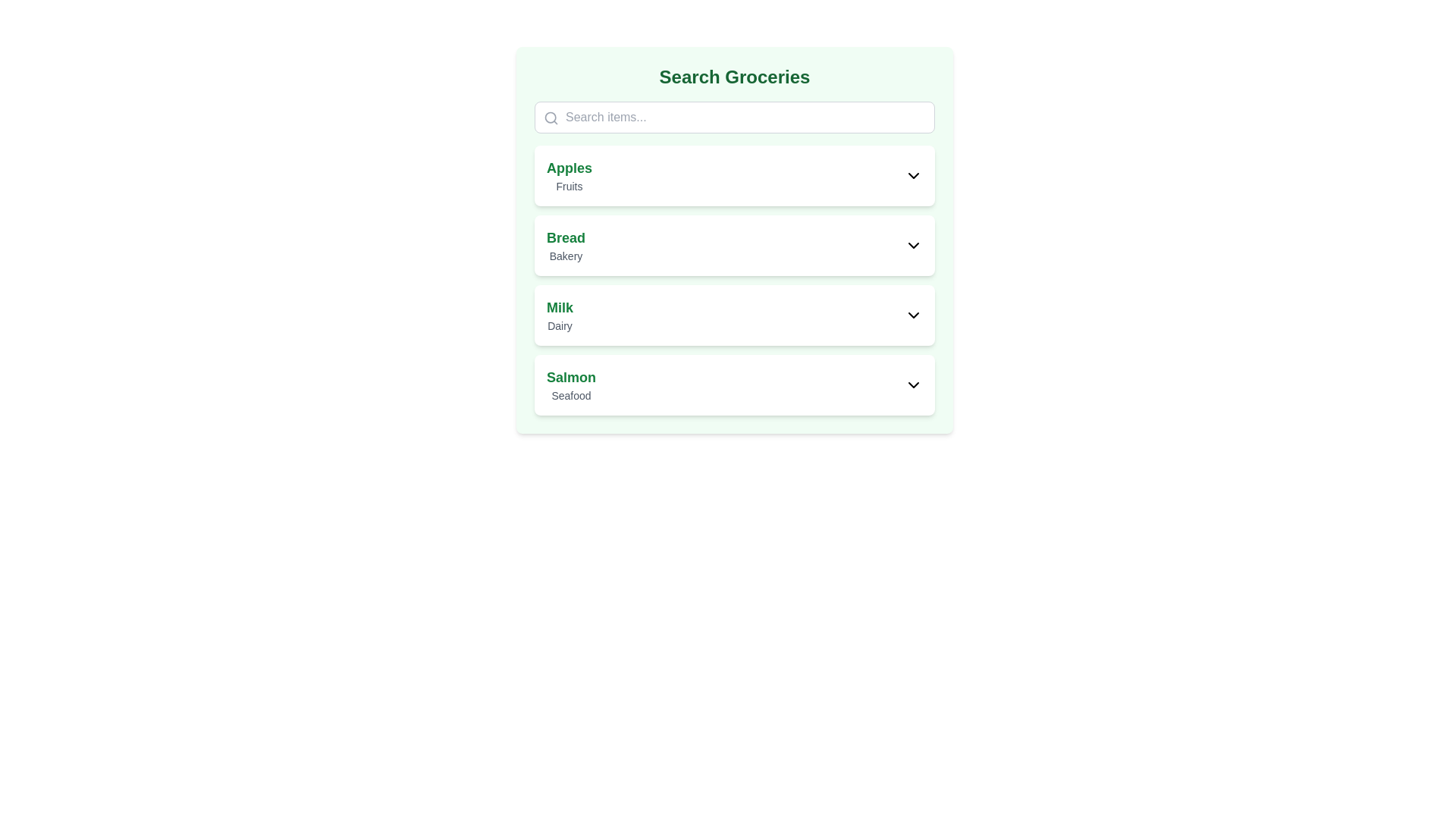 The image size is (1456, 819). What do you see at coordinates (559, 315) in the screenshot?
I see `the 'Milk' text label with a green font and the 'Dairy' text label below it, which is positioned between 'Bread' and 'Salmon' in the list` at bounding box center [559, 315].